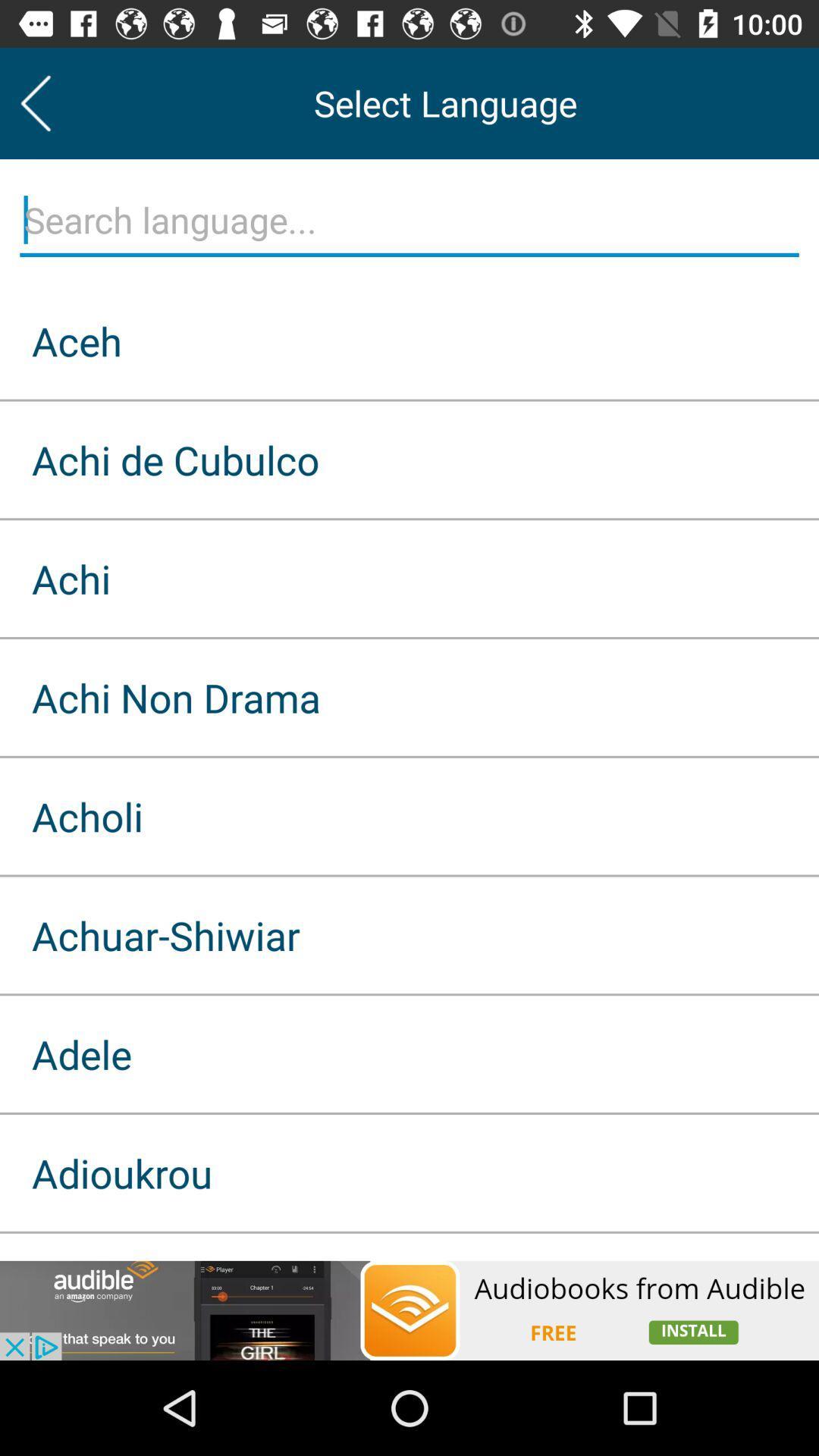  What do you see at coordinates (409, 220) in the screenshot?
I see `language bar` at bounding box center [409, 220].